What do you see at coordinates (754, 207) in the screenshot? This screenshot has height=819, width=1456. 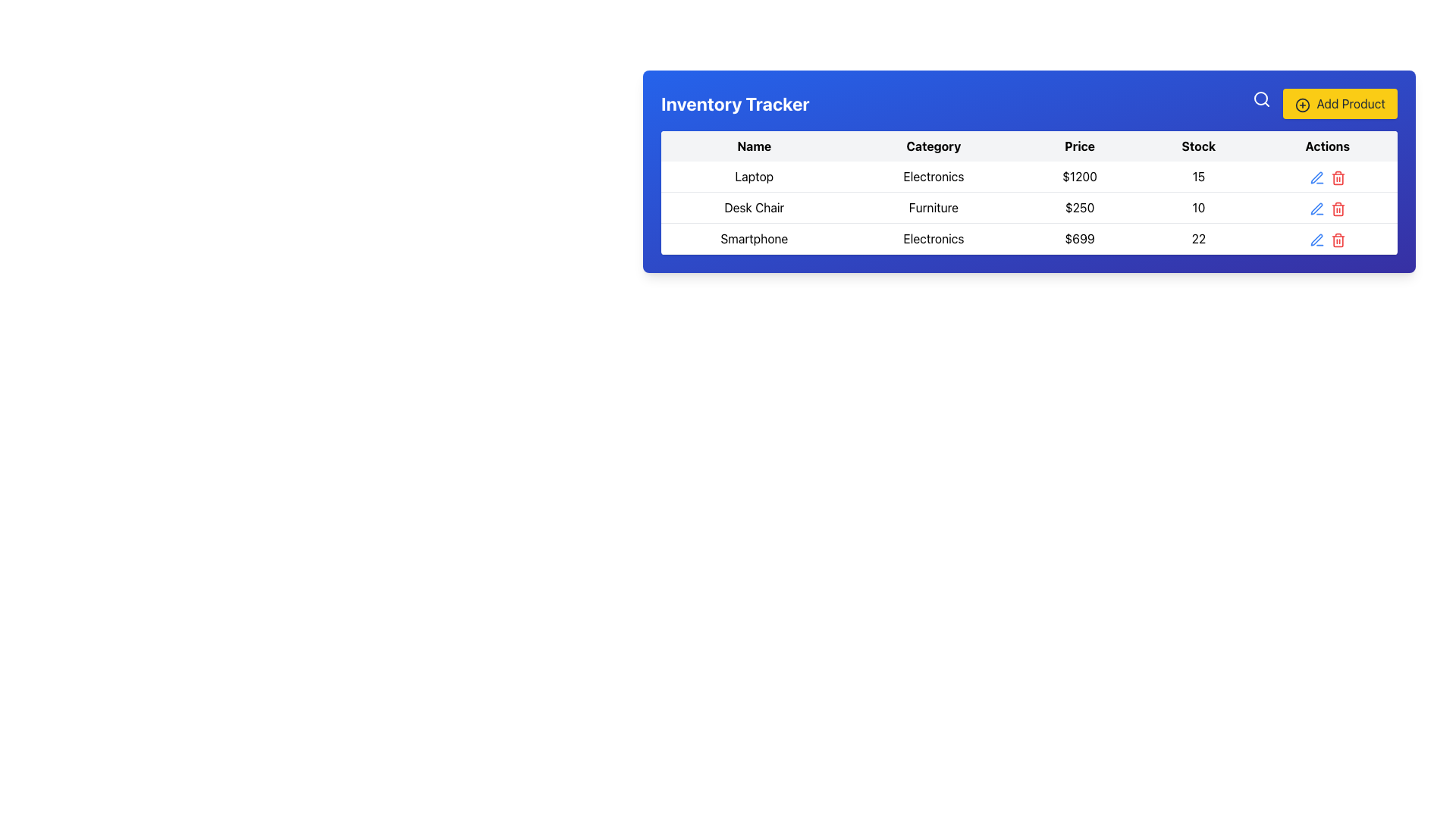 I see `text label 'Desk Chair' located in the second row of the inventory table under the 'Name' column` at bounding box center [754, 207].